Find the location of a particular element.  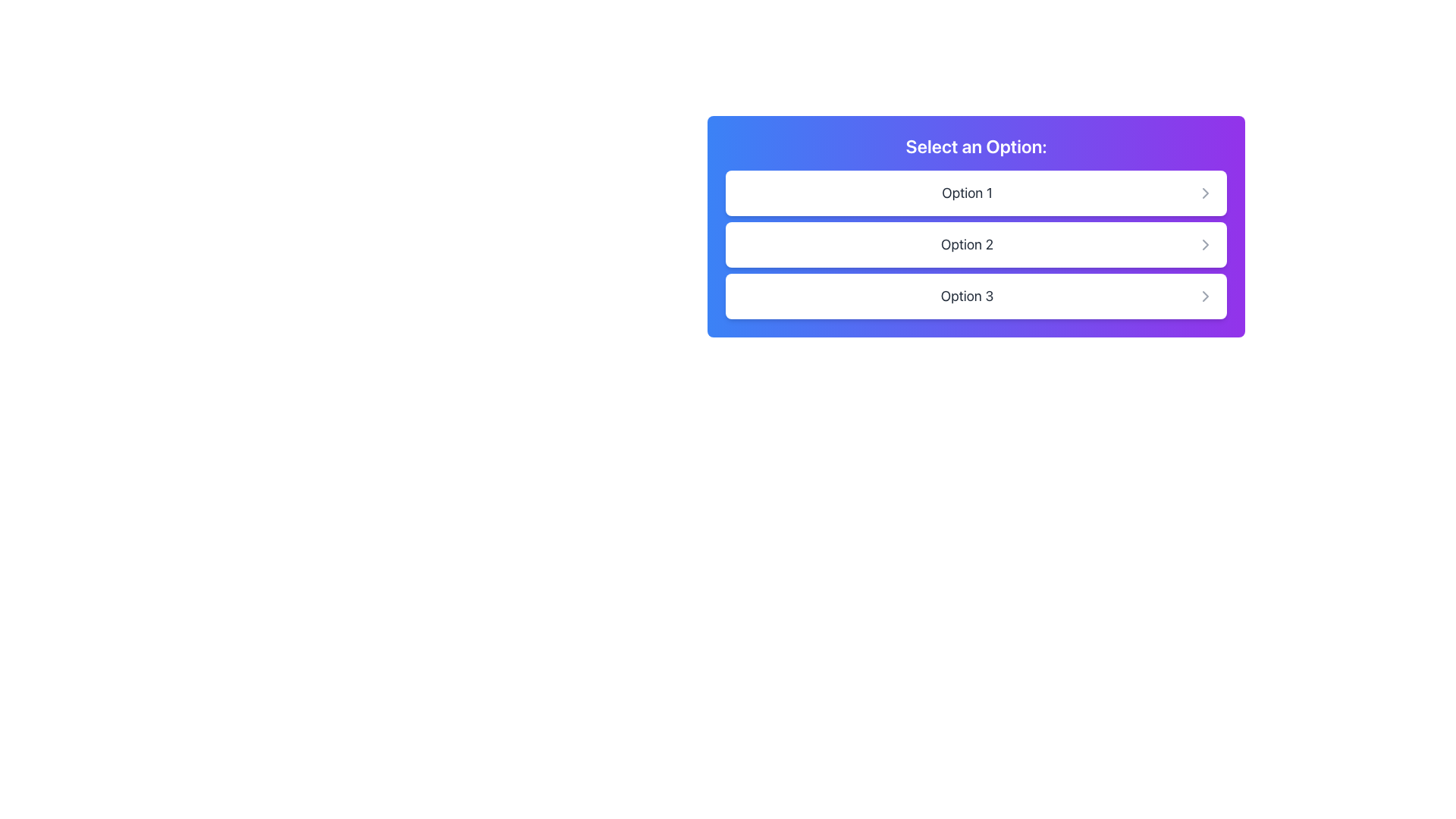

the 'Option 1' button, which is a rectangular button with rounded corners, styled in white with a shadow and contains the text 'Option 1' on the left and an arrow icon on the right is located at coordinates (976, 192).